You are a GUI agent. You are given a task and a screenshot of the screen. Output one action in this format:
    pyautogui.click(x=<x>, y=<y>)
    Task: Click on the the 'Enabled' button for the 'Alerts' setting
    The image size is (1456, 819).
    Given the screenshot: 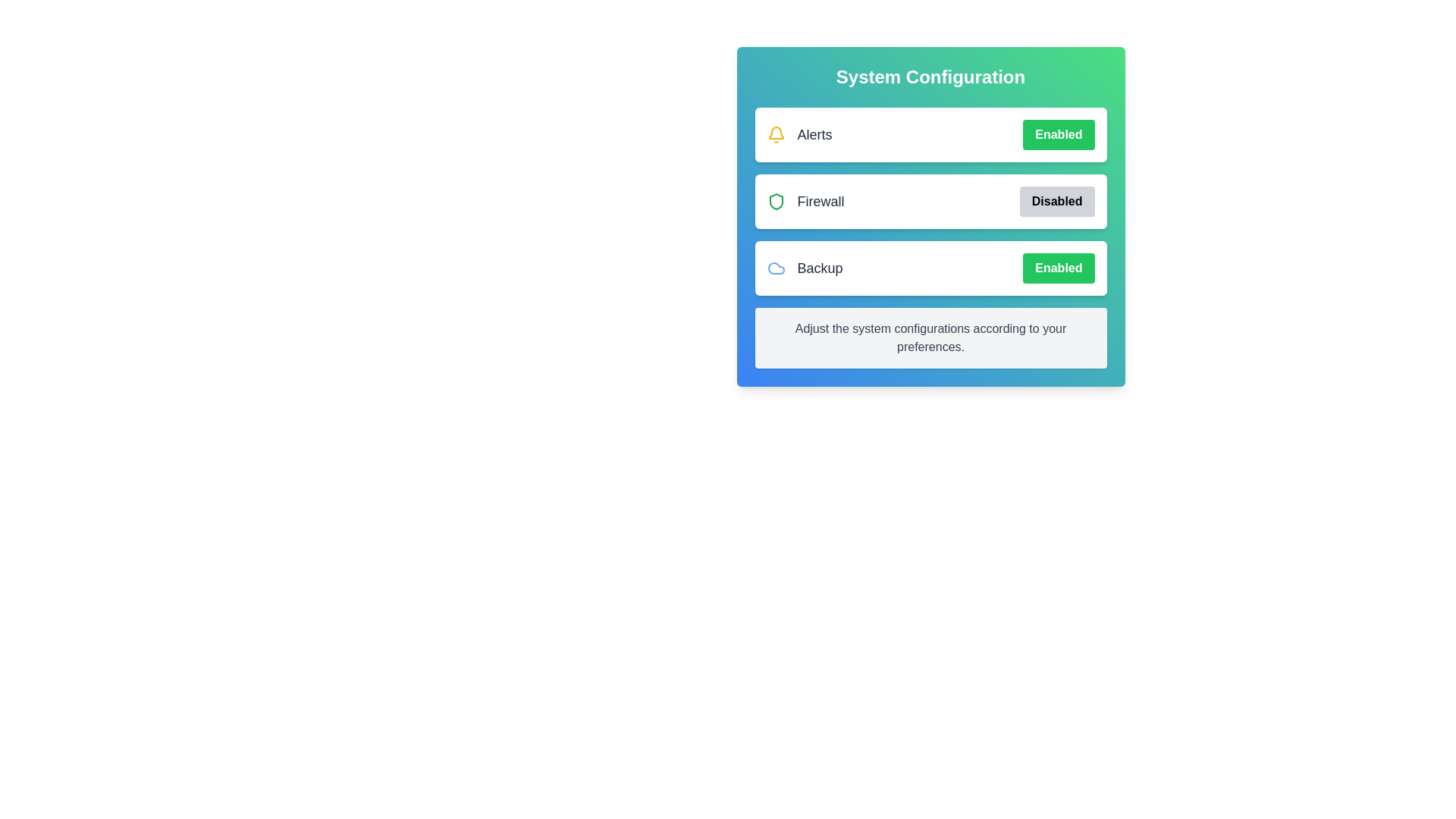 What is the action you would take?
    pyautogui.click(x=1058, y=133)
    